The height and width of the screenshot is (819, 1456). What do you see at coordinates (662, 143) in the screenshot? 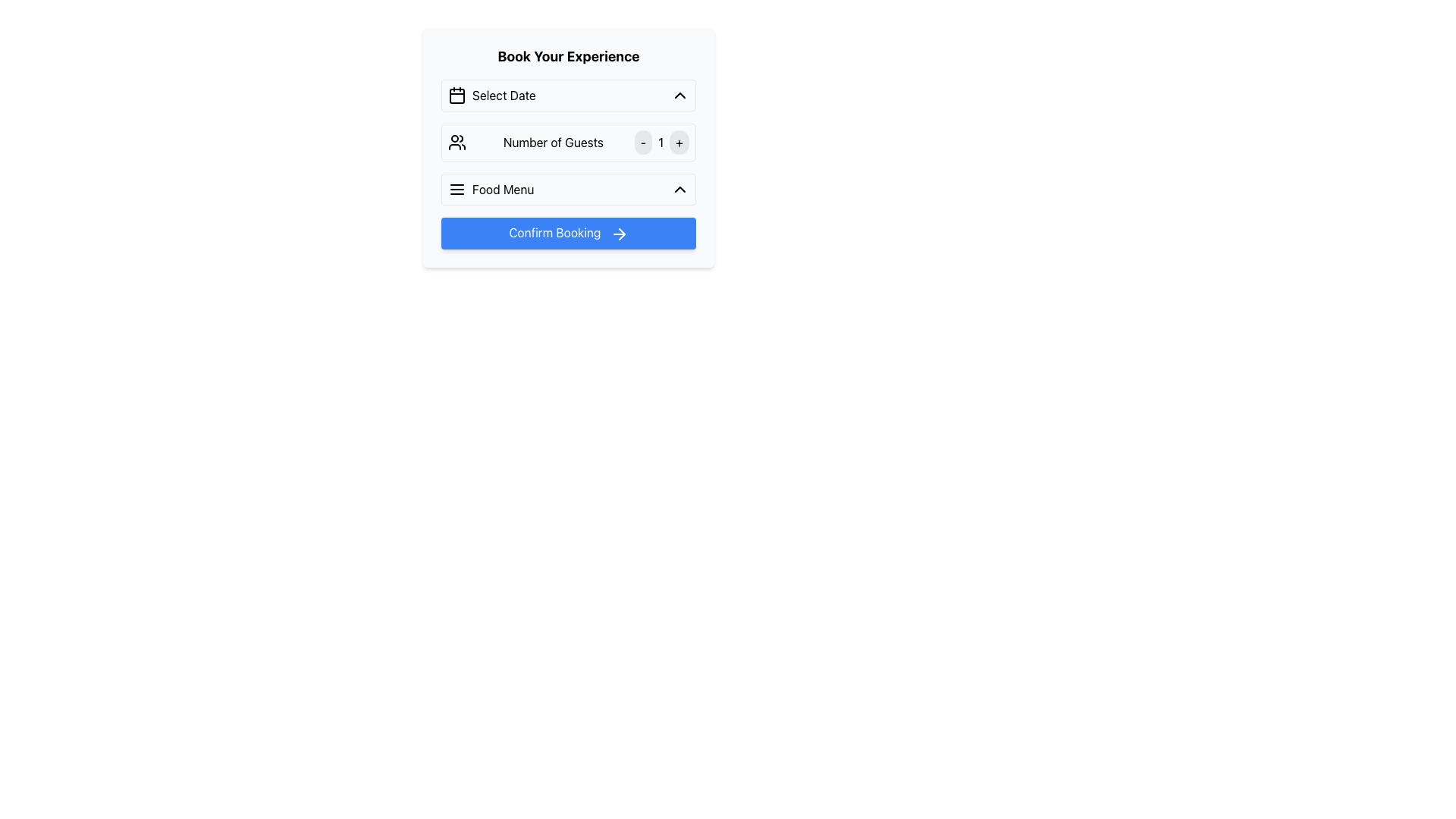
I see `the '-' button to decrease the number of selected guests and the '+' button to increase the number of selected guests, which are situated on either side of the Text label displaying the current numeric value` at bounding box center [662, 143].